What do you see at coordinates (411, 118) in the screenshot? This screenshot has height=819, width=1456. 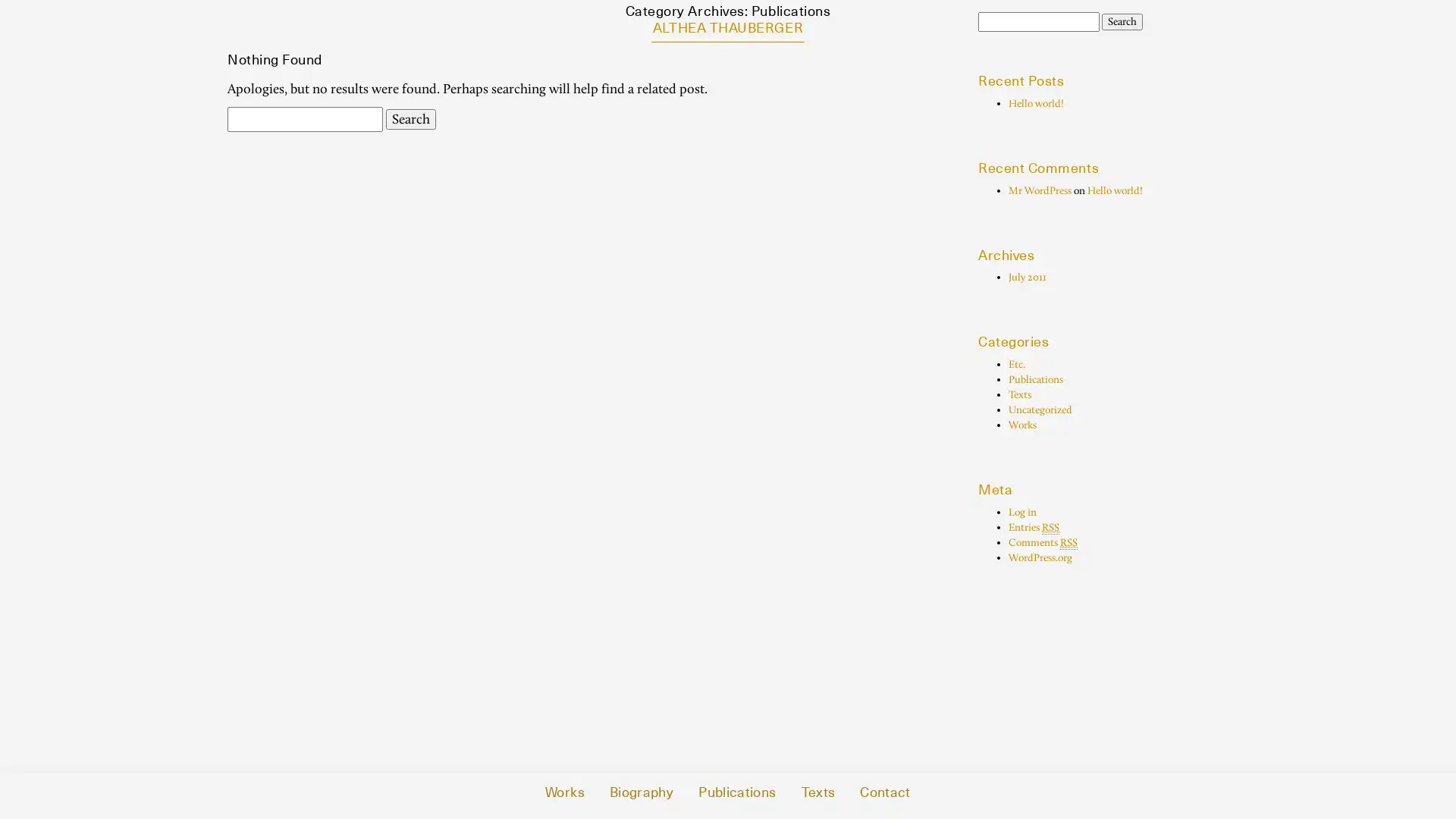 I see `Search` at bounding box center [411, 118].